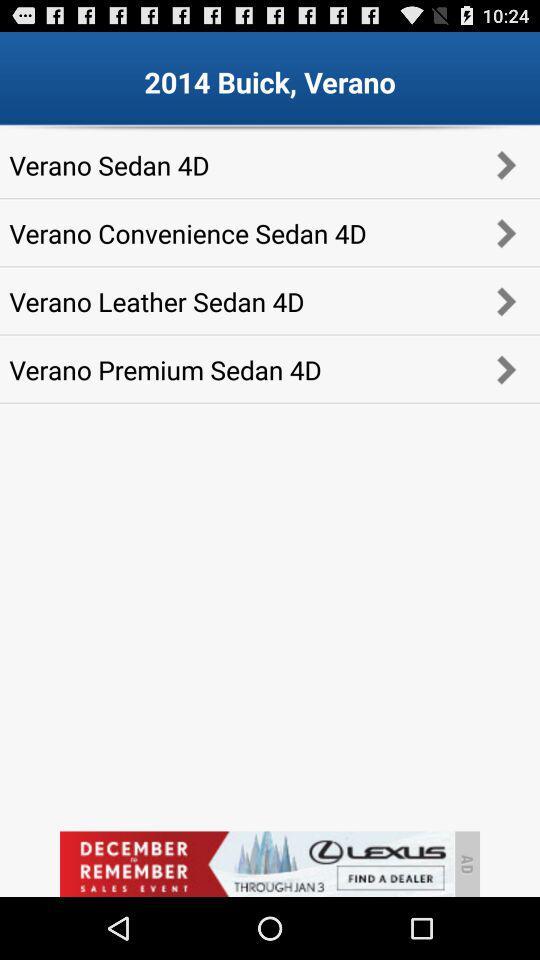 Image resolution: width=540 pixels, height=960 pixels. What do you see at coordinates (256, 863) in the screenshot?
I see `the icon below verano premium sedan app` at bounding box center [256, 863].